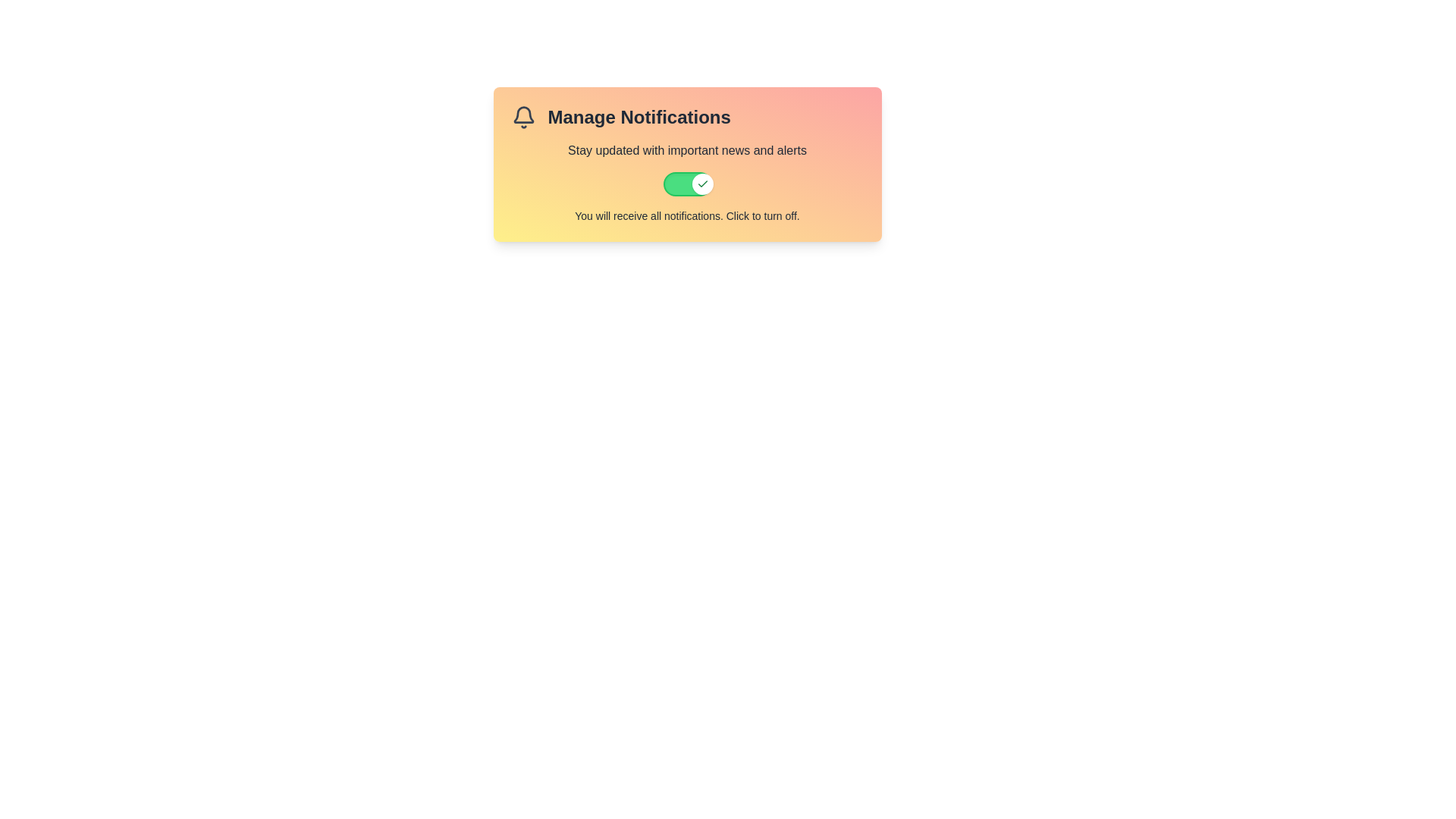 The height and width of the screenshot is (819, 1456). Describe the element at coordinates (686, 184) in the screenshot. I see `the toggle switch located in the 'Manage Notifications' card` at that location.